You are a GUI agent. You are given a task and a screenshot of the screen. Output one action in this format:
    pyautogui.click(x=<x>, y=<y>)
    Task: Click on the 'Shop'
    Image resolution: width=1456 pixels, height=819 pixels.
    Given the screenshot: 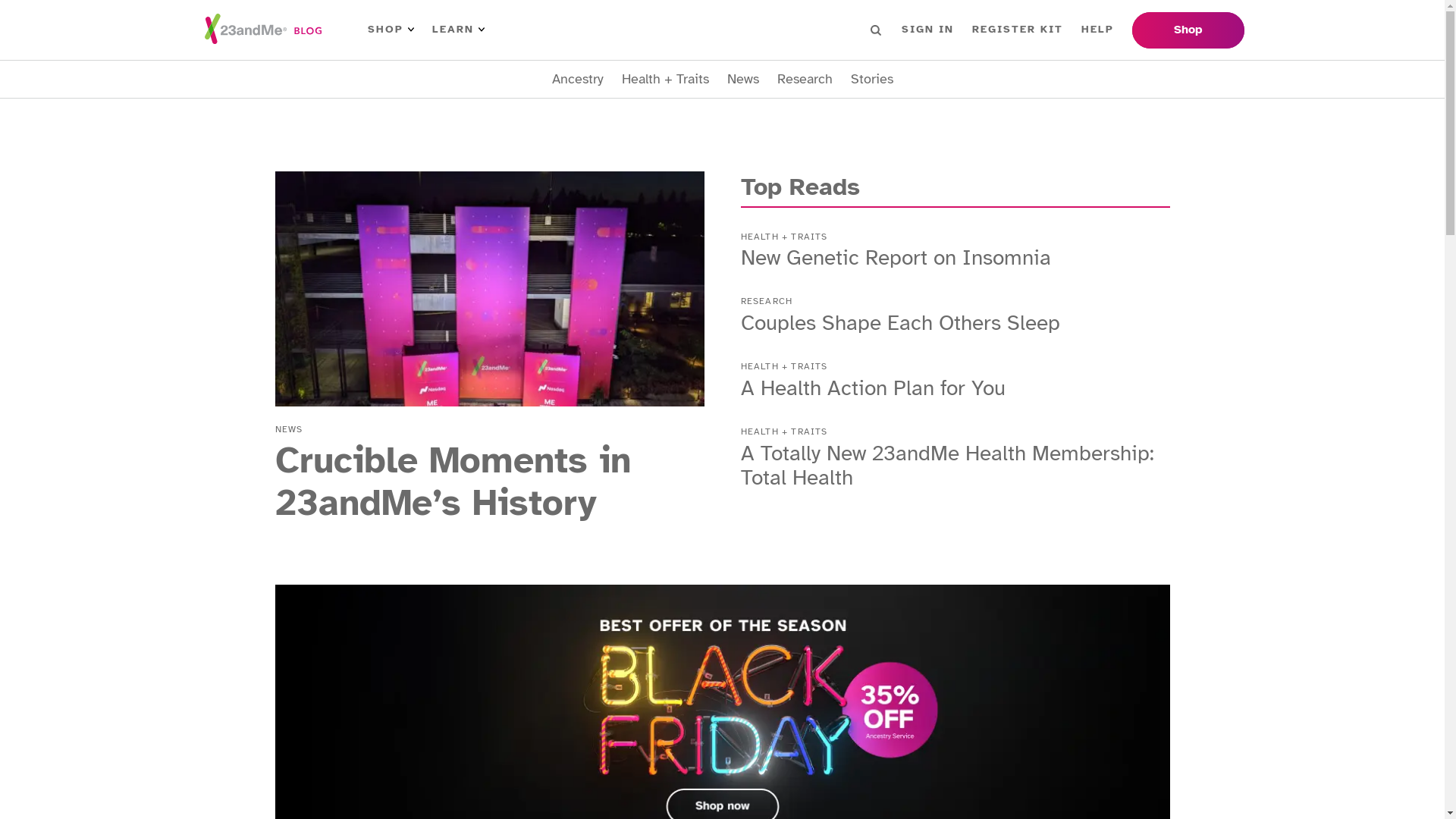 What is the action you would take?
    pyautogui.click(x=1131, y=30)
    